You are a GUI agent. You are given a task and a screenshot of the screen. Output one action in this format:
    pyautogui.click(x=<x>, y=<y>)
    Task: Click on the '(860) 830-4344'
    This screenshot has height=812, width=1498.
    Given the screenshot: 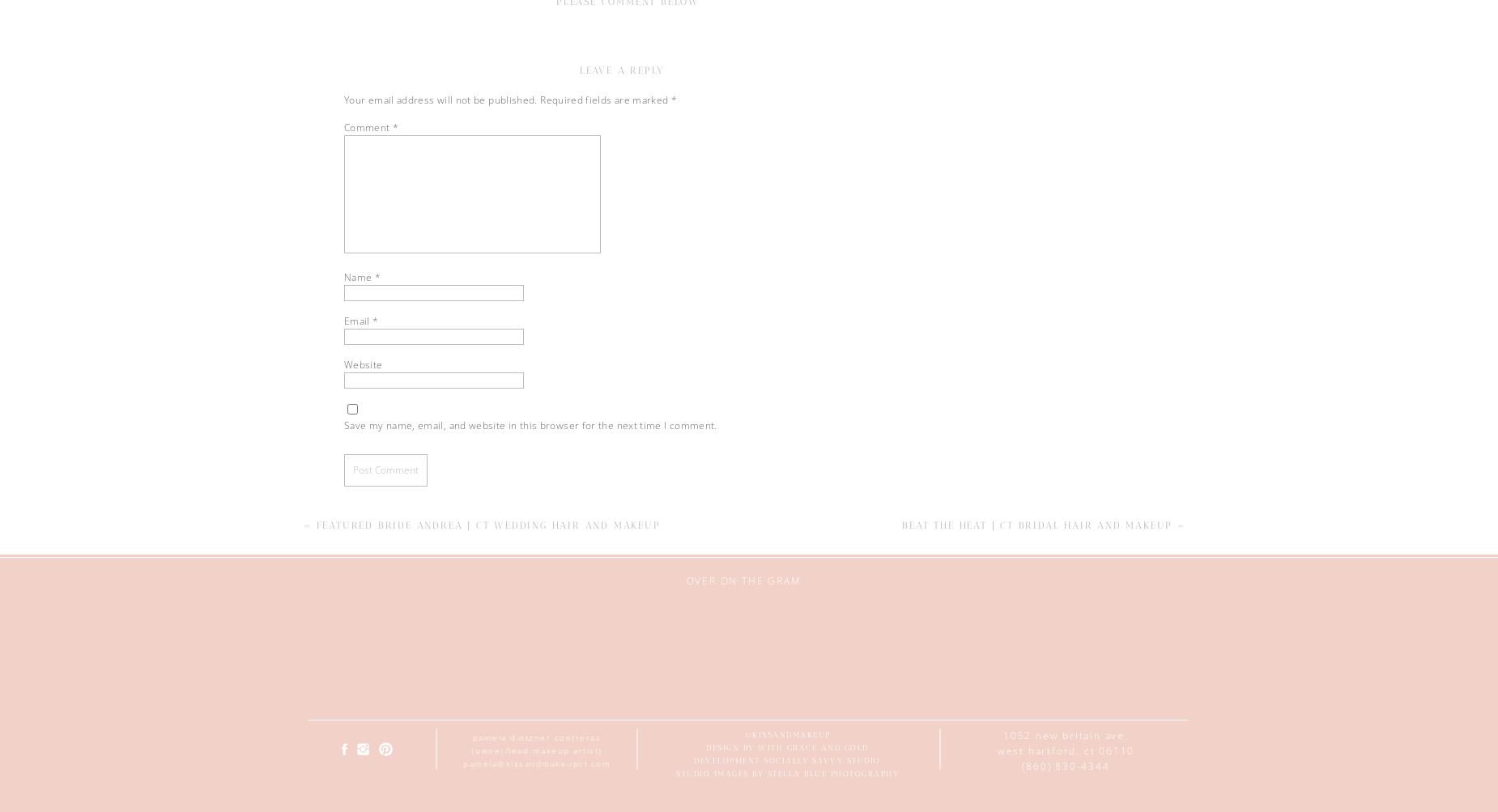 What is the action you would take?
    pyautogui.click(x=1065, y=765)
    